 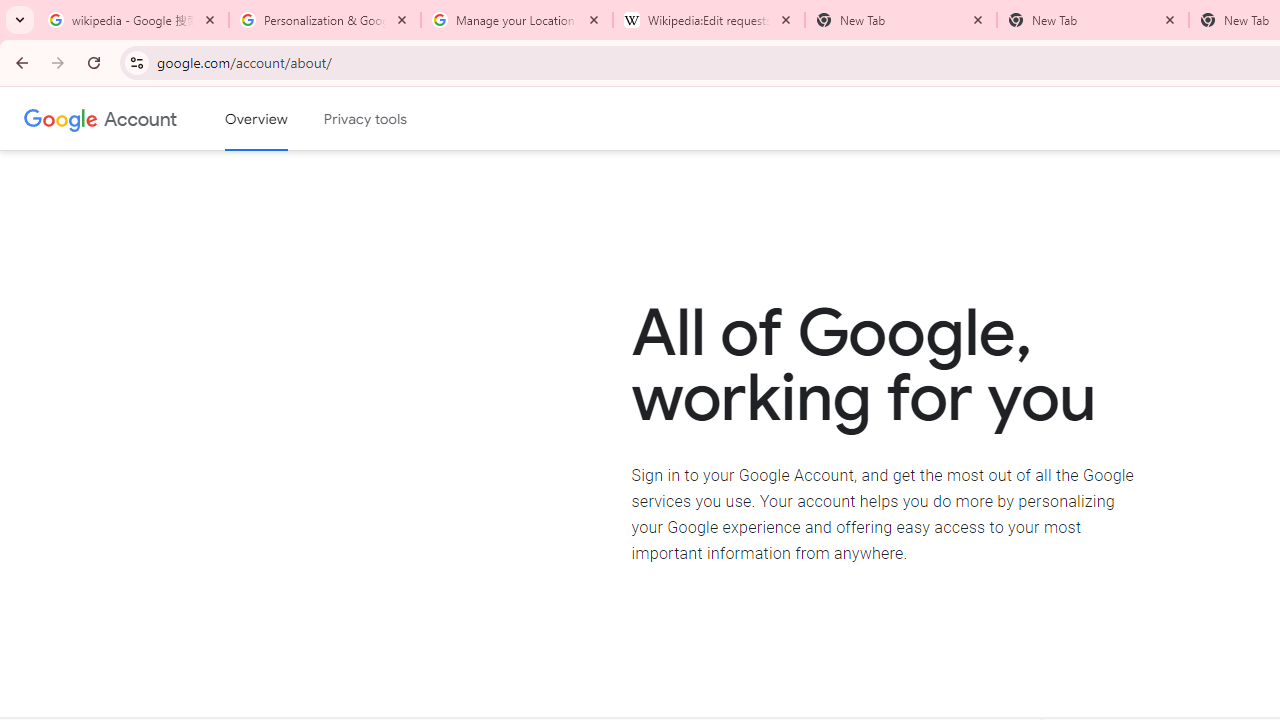 What do you see at coordinates (709, 20) in the screenshot?
I see `'Wikipedia:Edit requests - Wikipedia'` at bounding box center [709, 20].